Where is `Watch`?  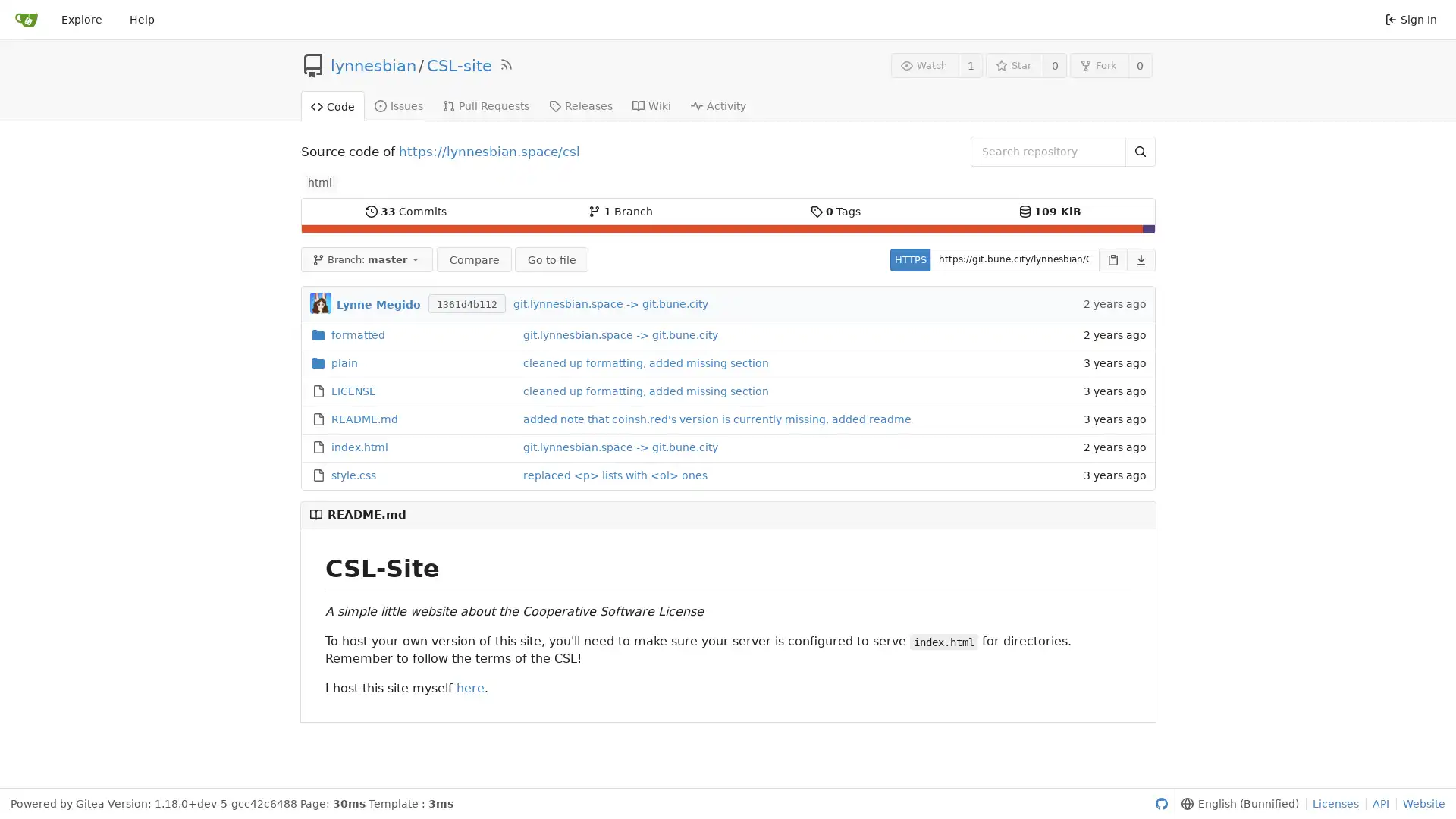 Watch is located at coordinates (924, 64).